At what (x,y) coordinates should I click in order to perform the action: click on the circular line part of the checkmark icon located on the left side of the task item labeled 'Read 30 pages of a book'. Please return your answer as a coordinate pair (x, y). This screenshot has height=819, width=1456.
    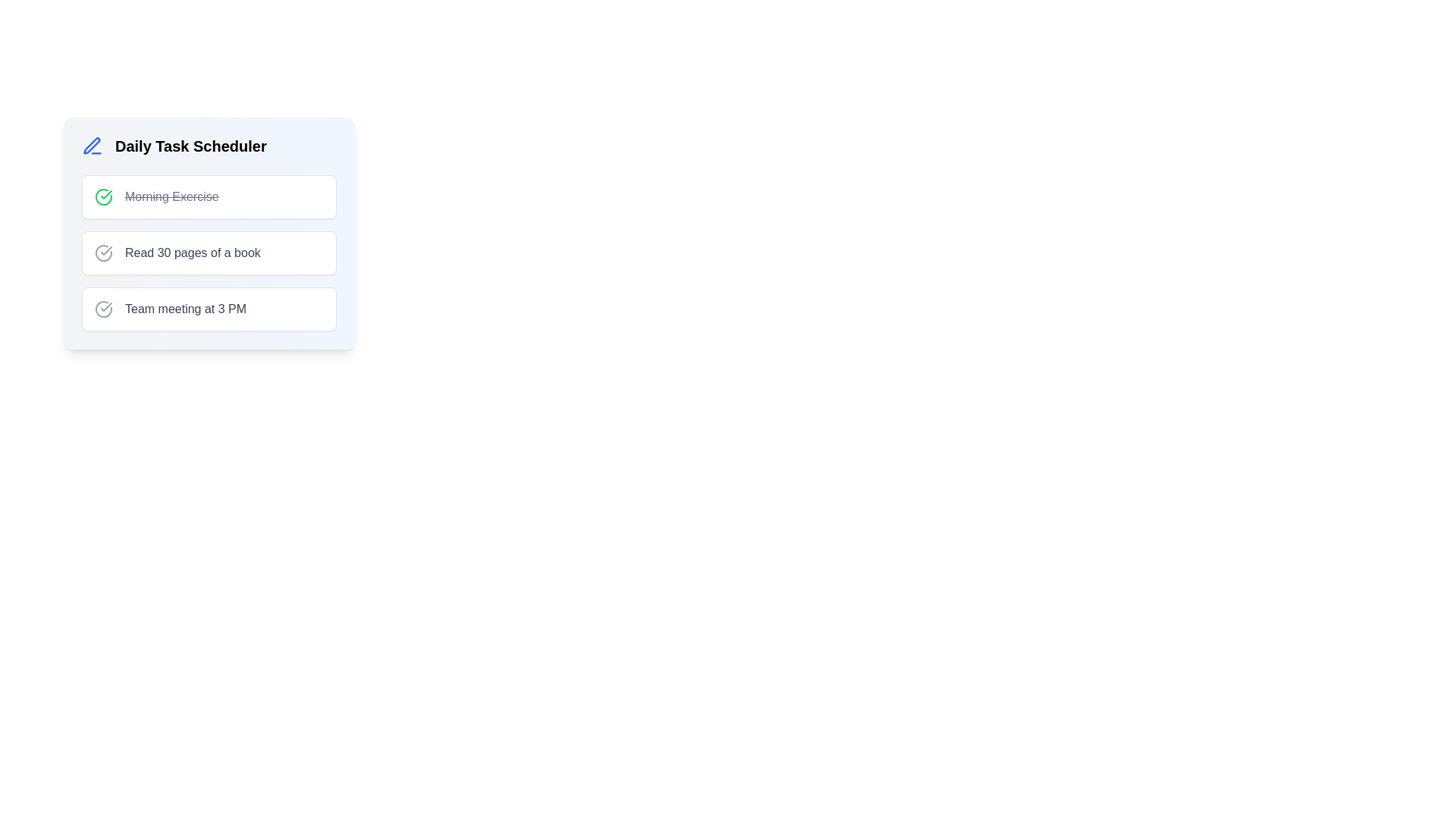
    Looking at the image, I should click on (103, 253).